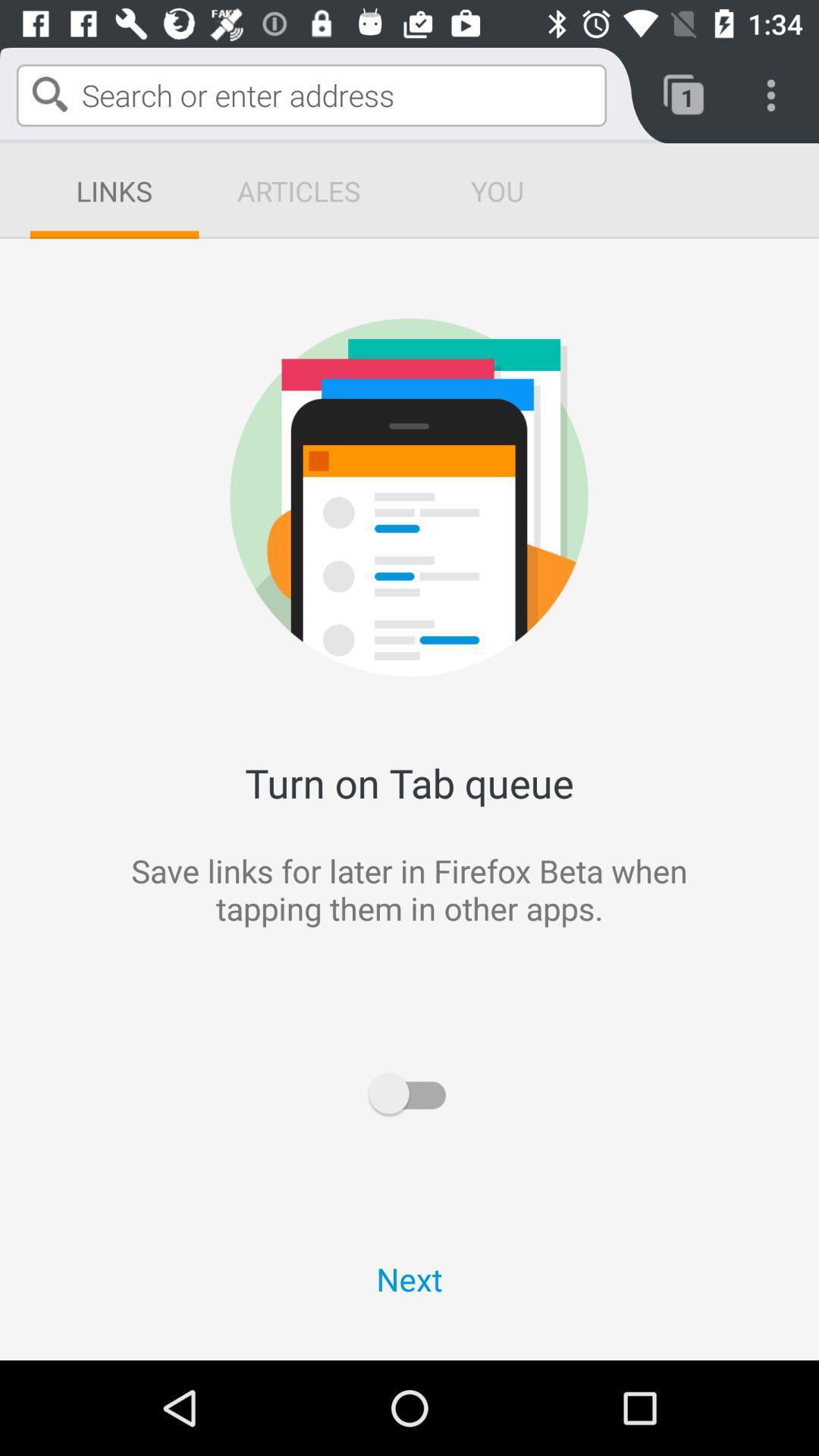 This screenshot has width=819, height=1456. Describe the element at coordinates (49, 93) in the screenshot. I see `the search icon` at that location.